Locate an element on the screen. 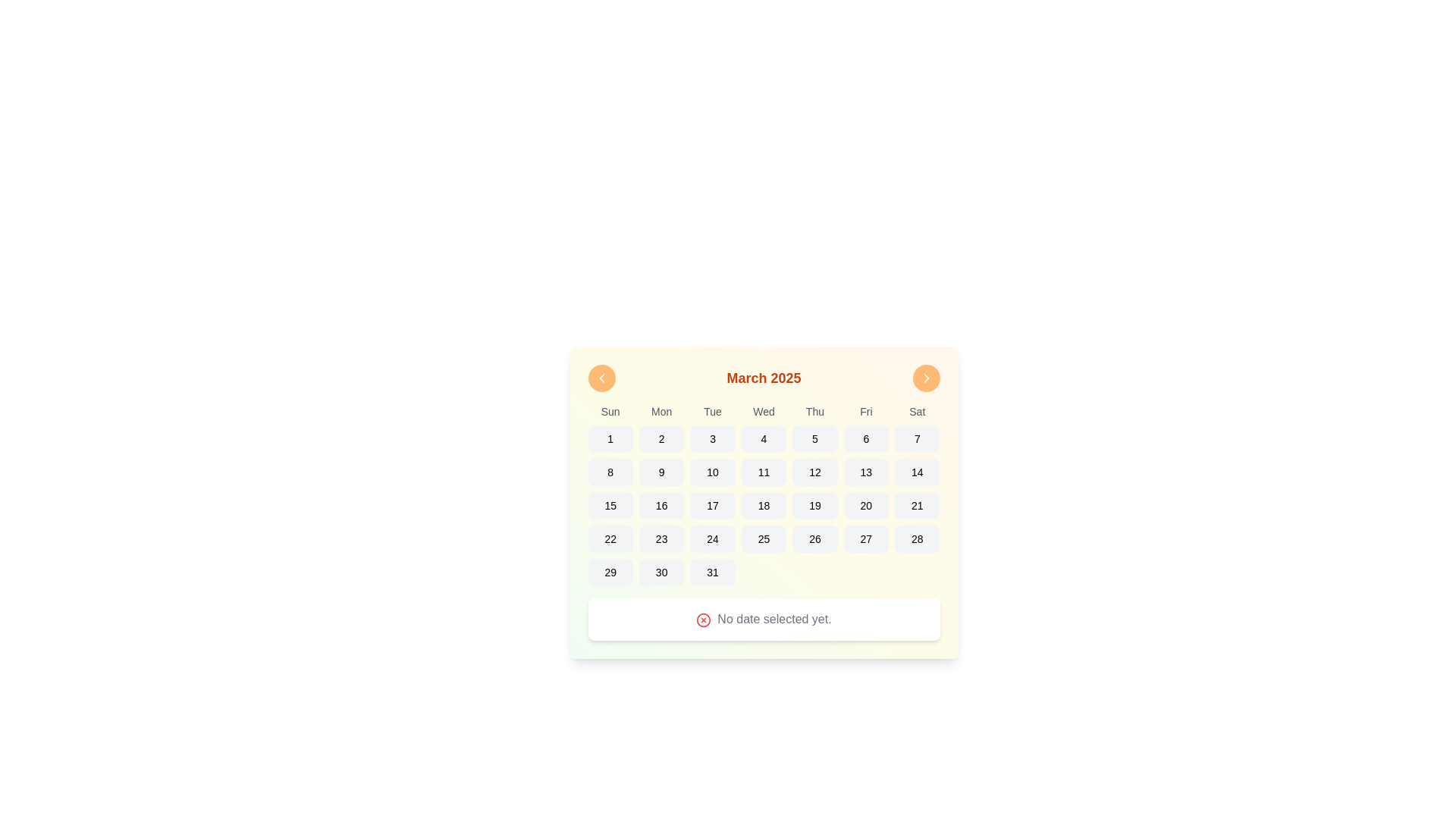 This screenshot has height=819, width=1456. the static text label reading 'March 2025', which is displayed in bold, large orange-red font at the top section of the calendar interface is located at coordinates (764, 383).